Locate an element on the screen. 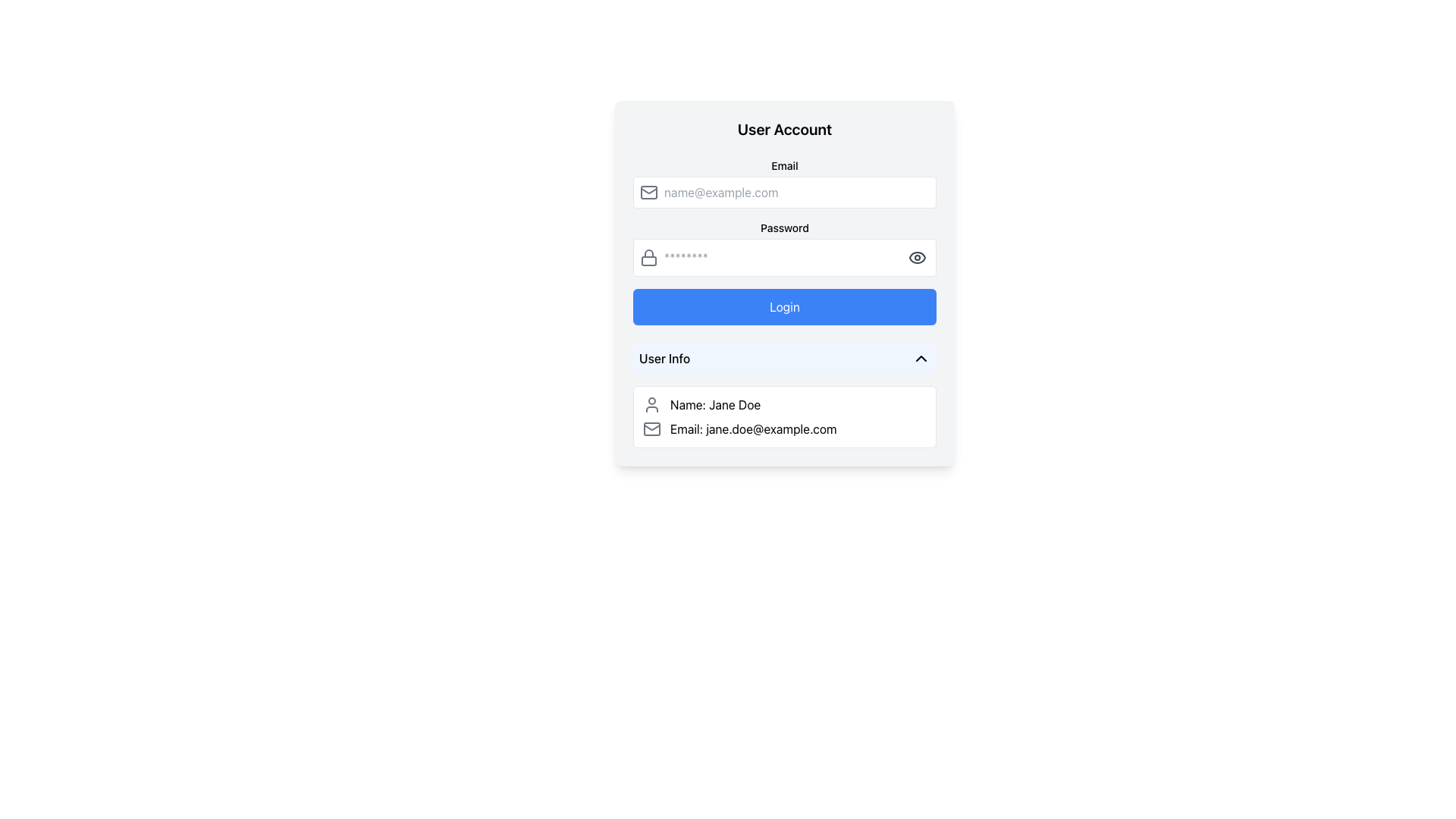 This screenshot has height=819, width=1456. the email address display element, which is labeled 'Email:' and located under 'Name: Jane Doe' in the 'User Info' section is located at coordinates (785, 429).